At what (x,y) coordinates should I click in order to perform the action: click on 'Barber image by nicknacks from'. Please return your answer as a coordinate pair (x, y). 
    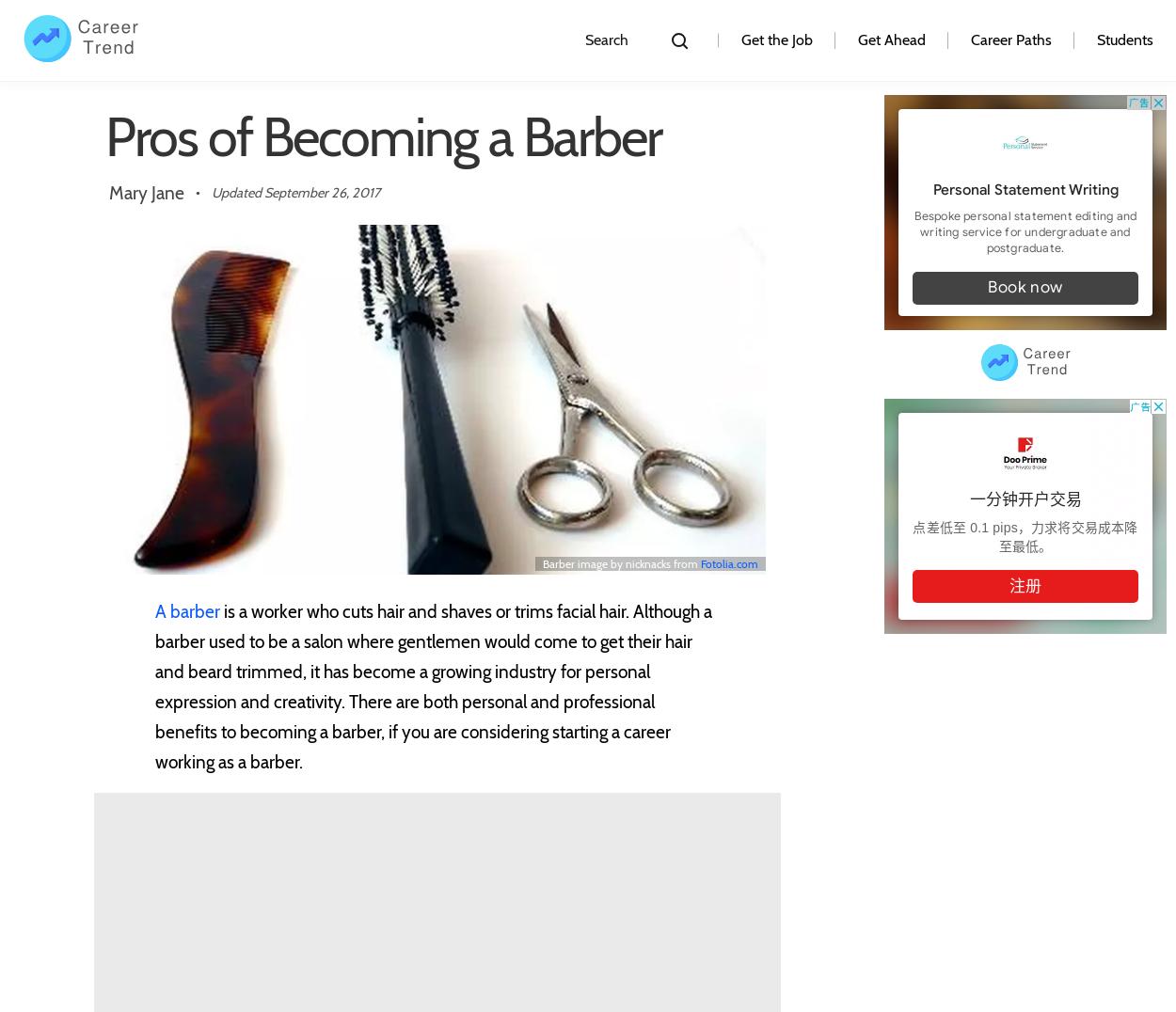
    Looking at the image, I should click on (622, 562).